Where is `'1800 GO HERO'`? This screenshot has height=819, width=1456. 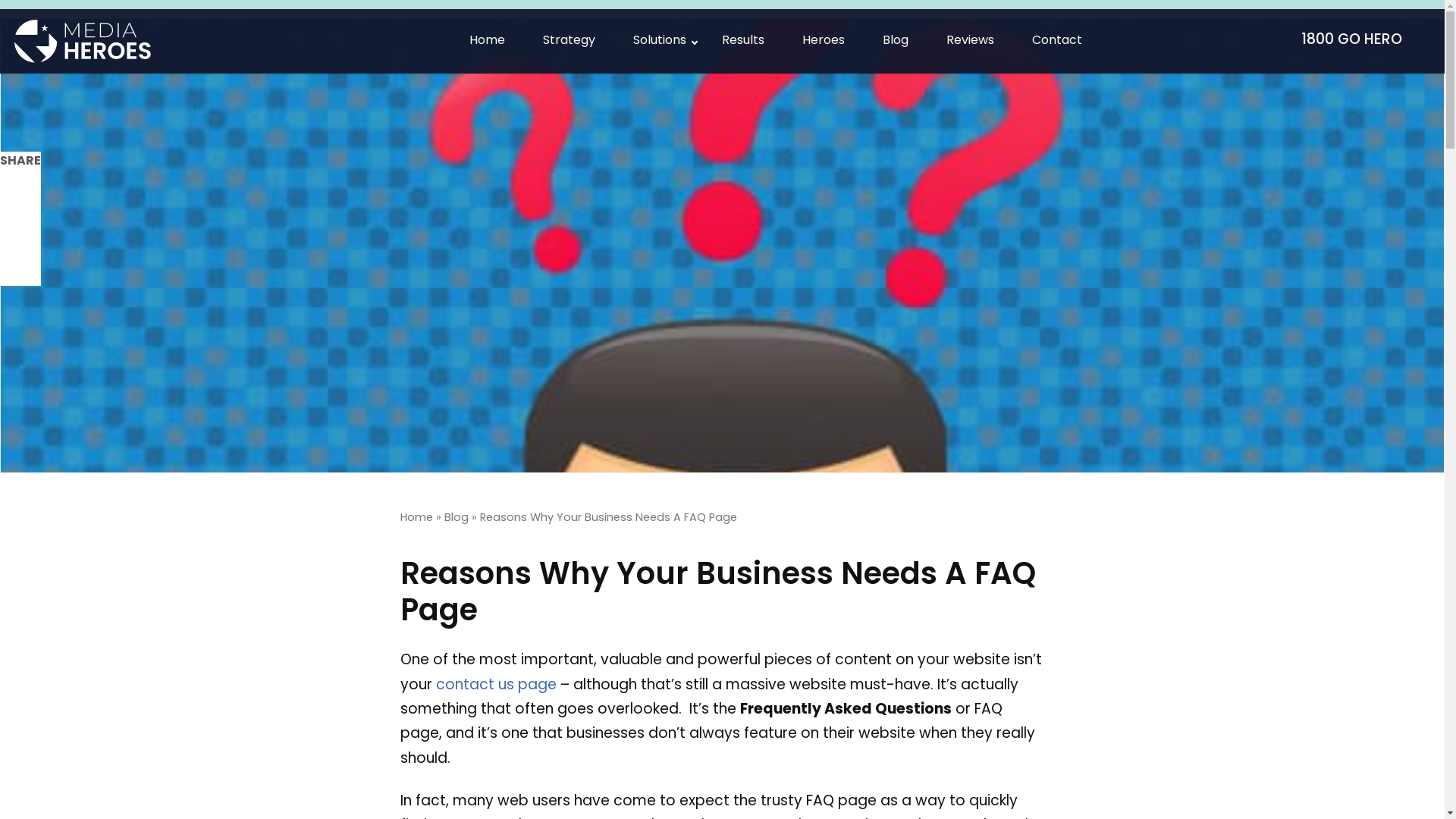
'1800 GO HERO' is located at coordinates (1357, 40).